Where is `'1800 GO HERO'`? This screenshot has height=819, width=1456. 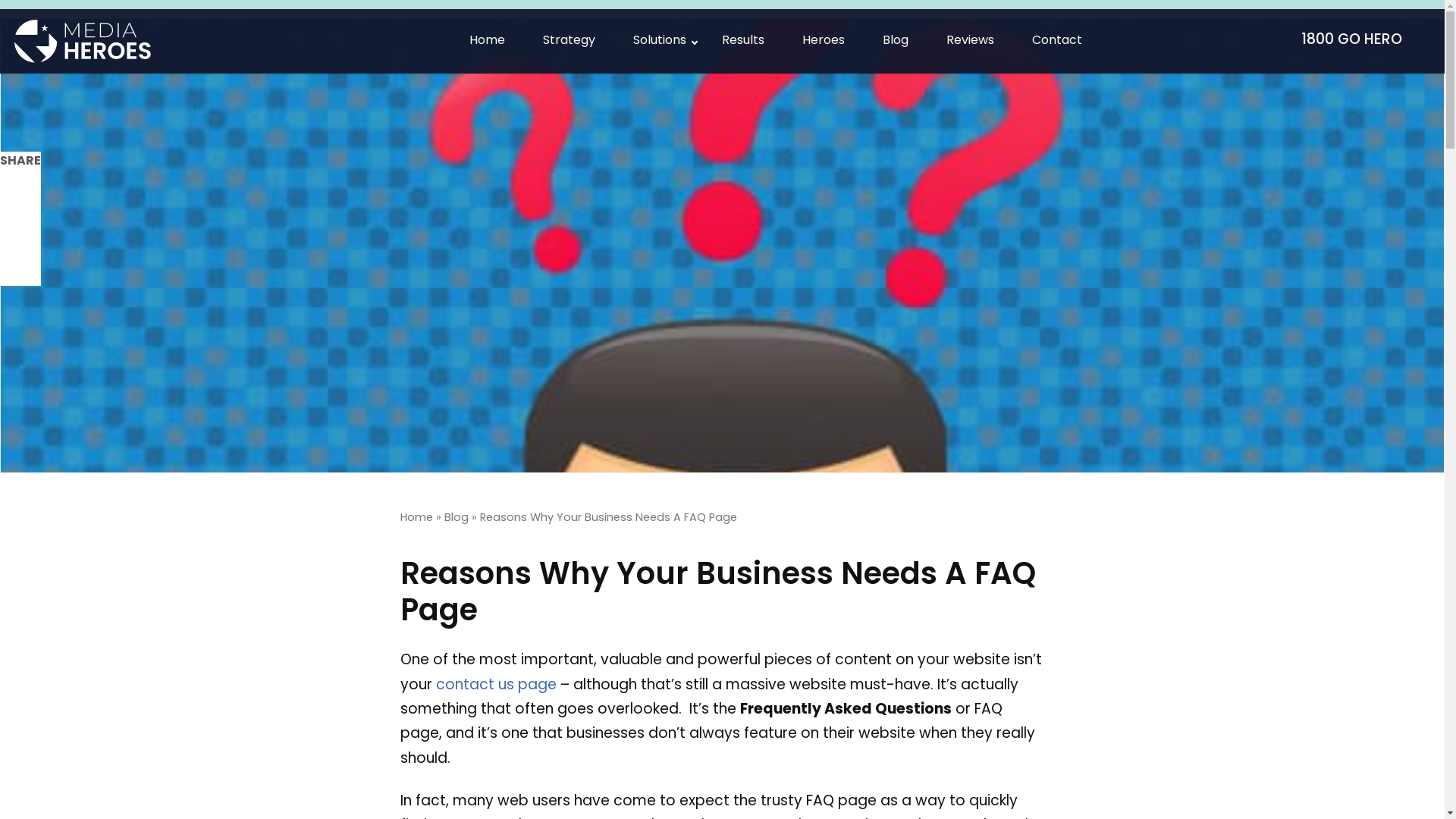
'1800 GO HERO' is located at coordinates (1357, 40).